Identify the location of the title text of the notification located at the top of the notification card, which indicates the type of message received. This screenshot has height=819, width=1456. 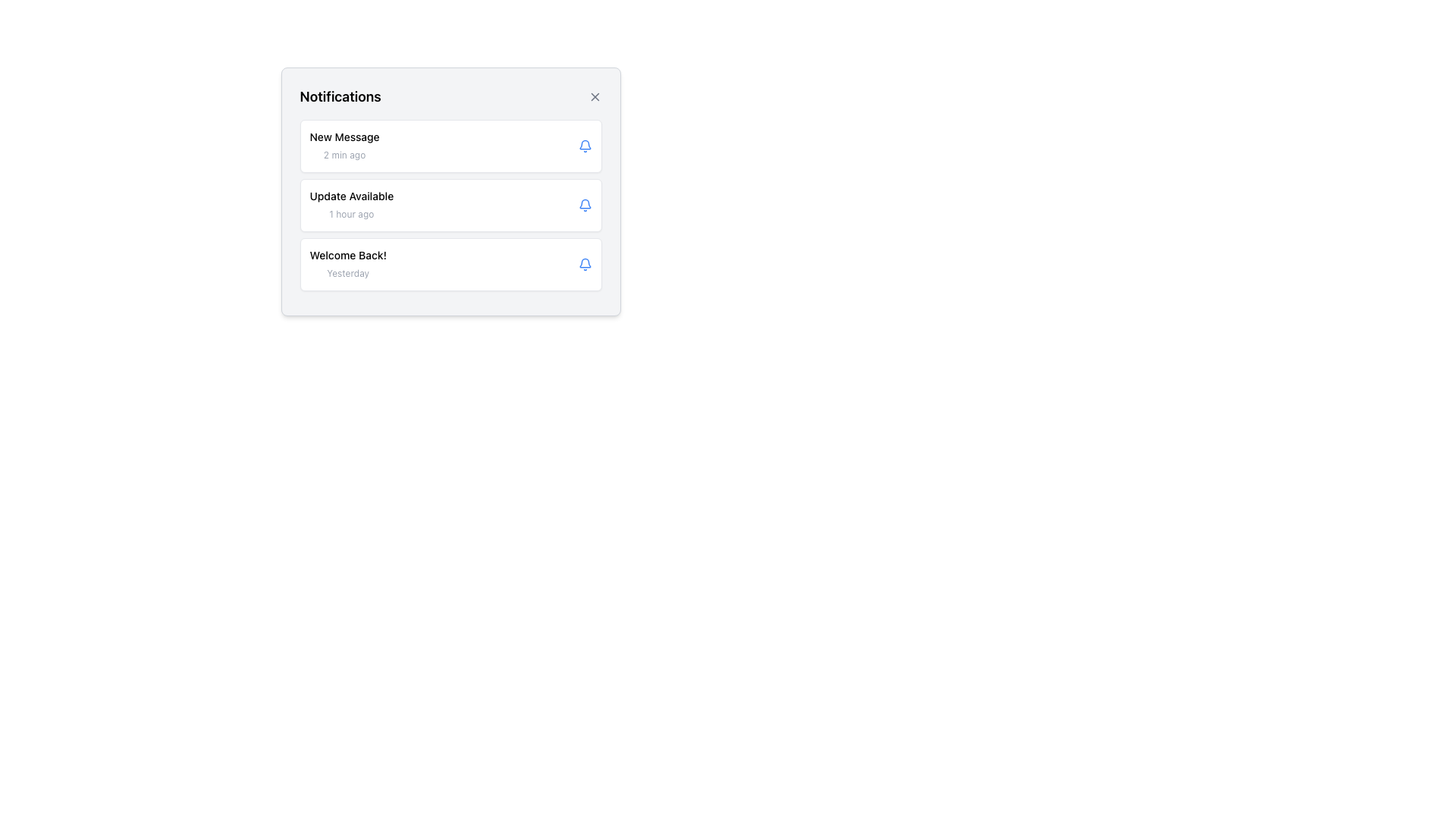
(344, 137).